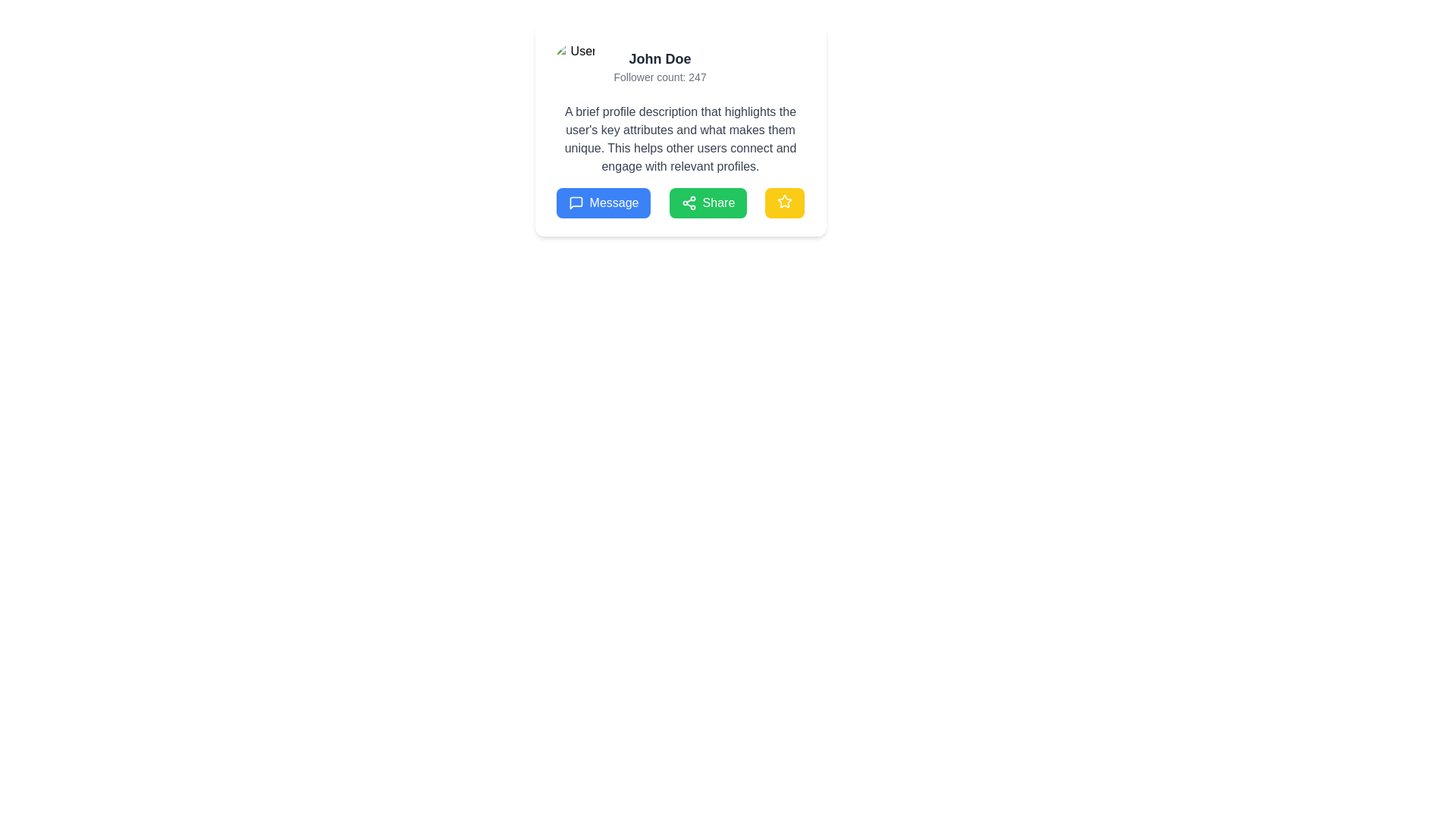 This screenshot has height=819, width=1456. I want to click on the decorative icon representing favorites or rating, which is the central visual component of the third button in the group of three buttons at the bottom of the user profile card, so click(785, 201).